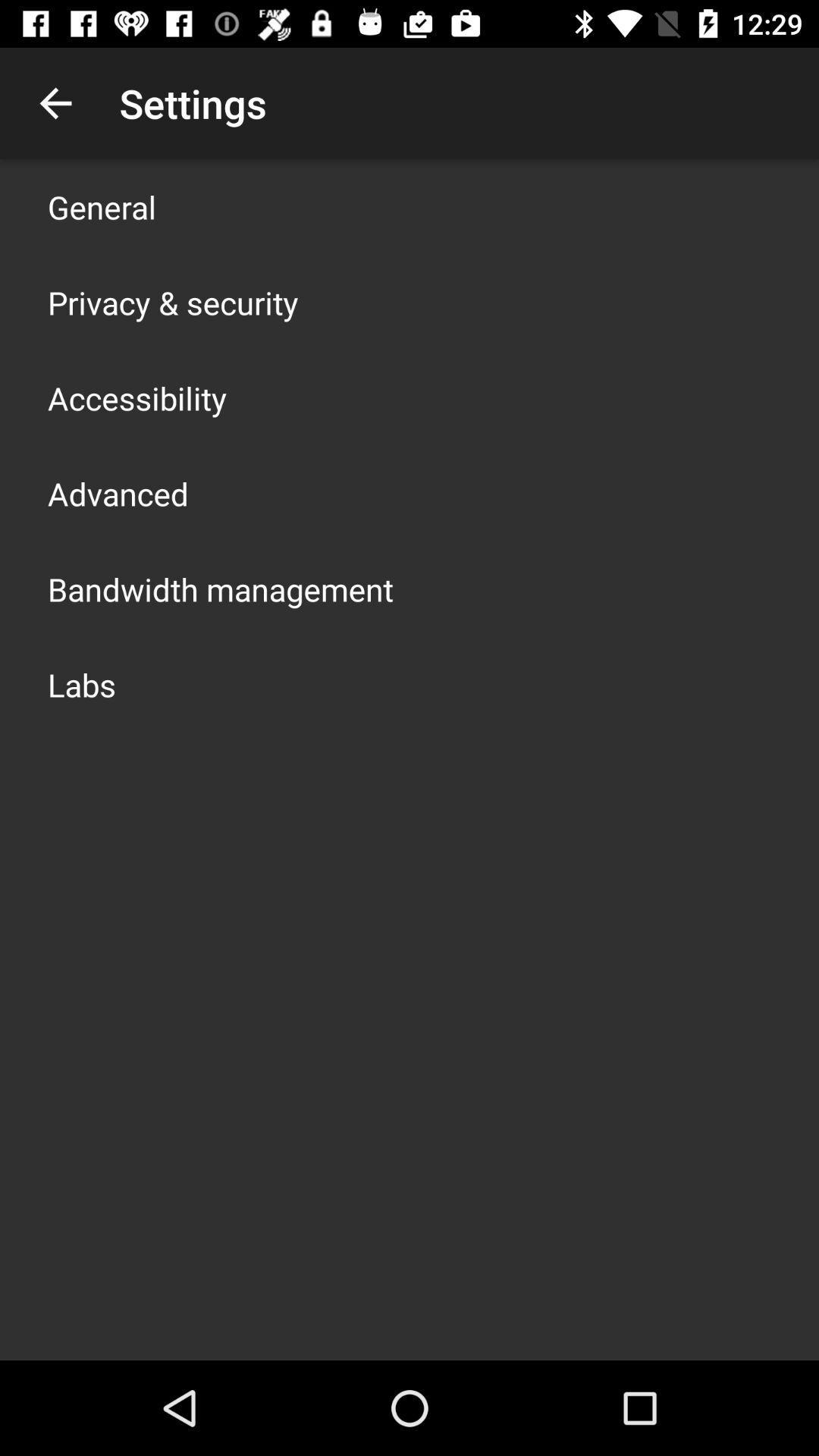  Describe the element at coordinates (55, 102) in the screenshot. I see `the item above the general icon` at that location.